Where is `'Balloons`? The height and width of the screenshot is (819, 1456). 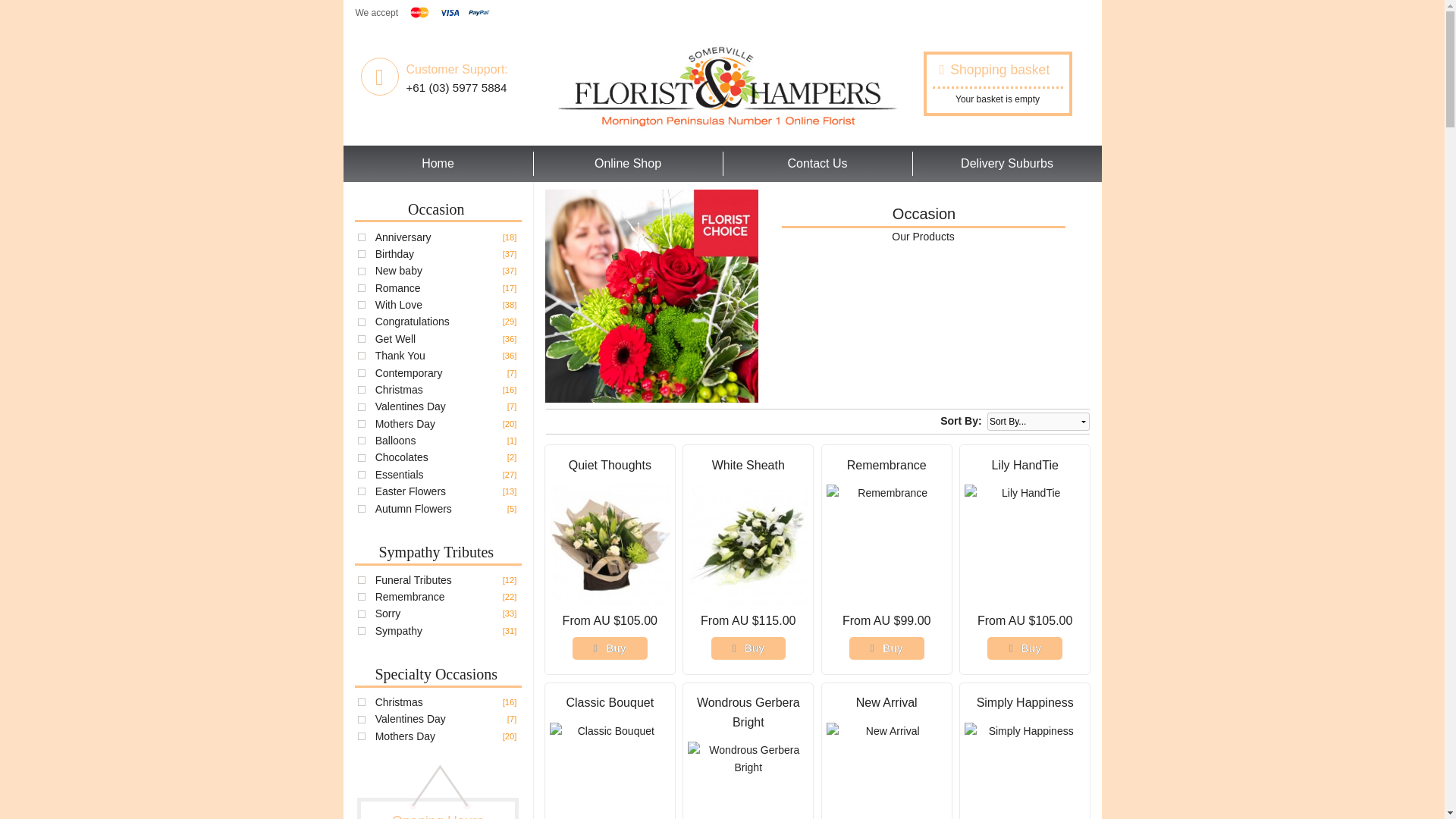
'Balloons is located at coordinates (396, 441).